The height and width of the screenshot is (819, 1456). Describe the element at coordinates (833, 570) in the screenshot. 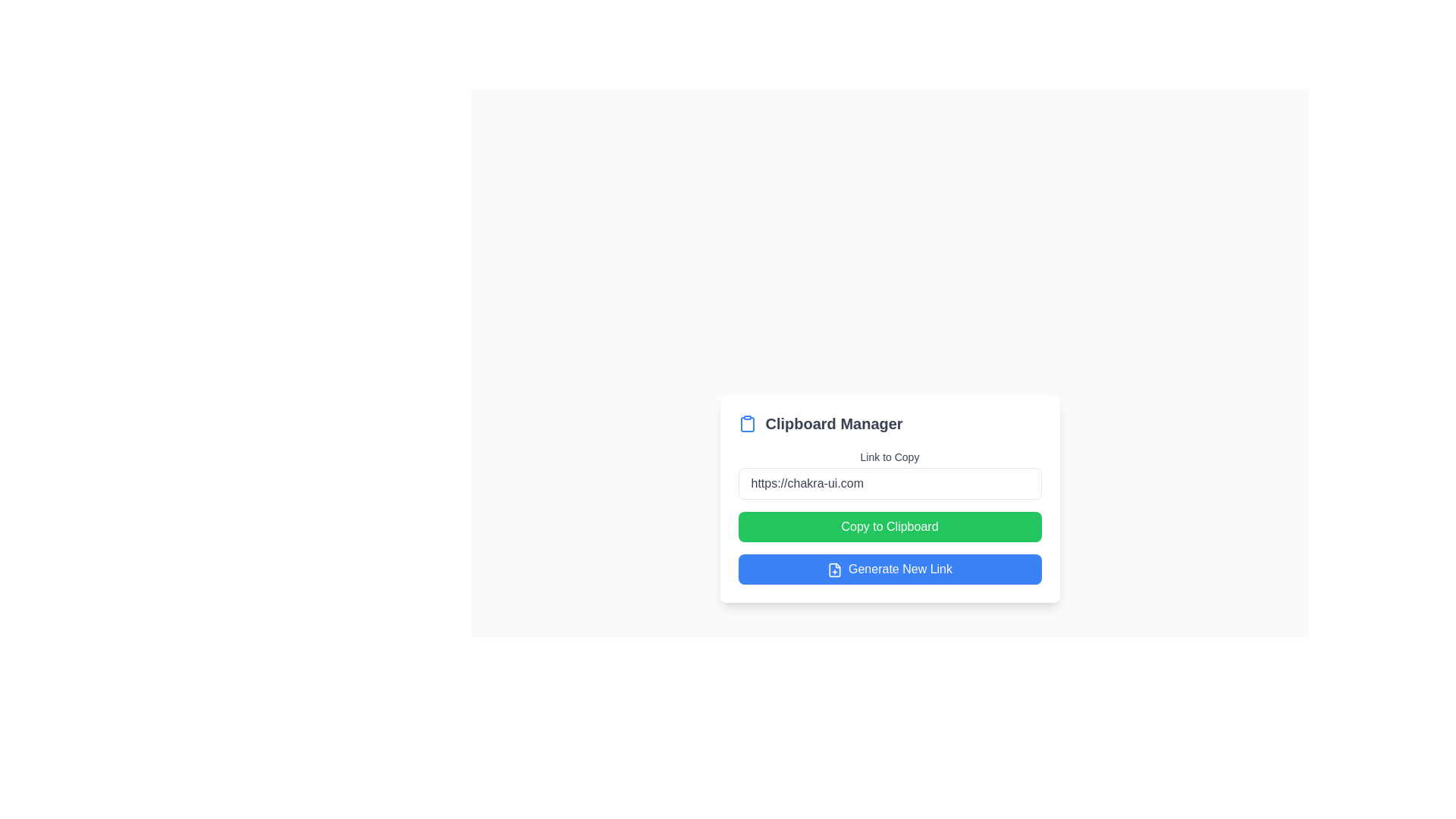

I see `the small blue file icon with a plus sign, located to the left of the text 'Generate New Link' within the blue rounded button at the bottom of the visible panel` at that location.